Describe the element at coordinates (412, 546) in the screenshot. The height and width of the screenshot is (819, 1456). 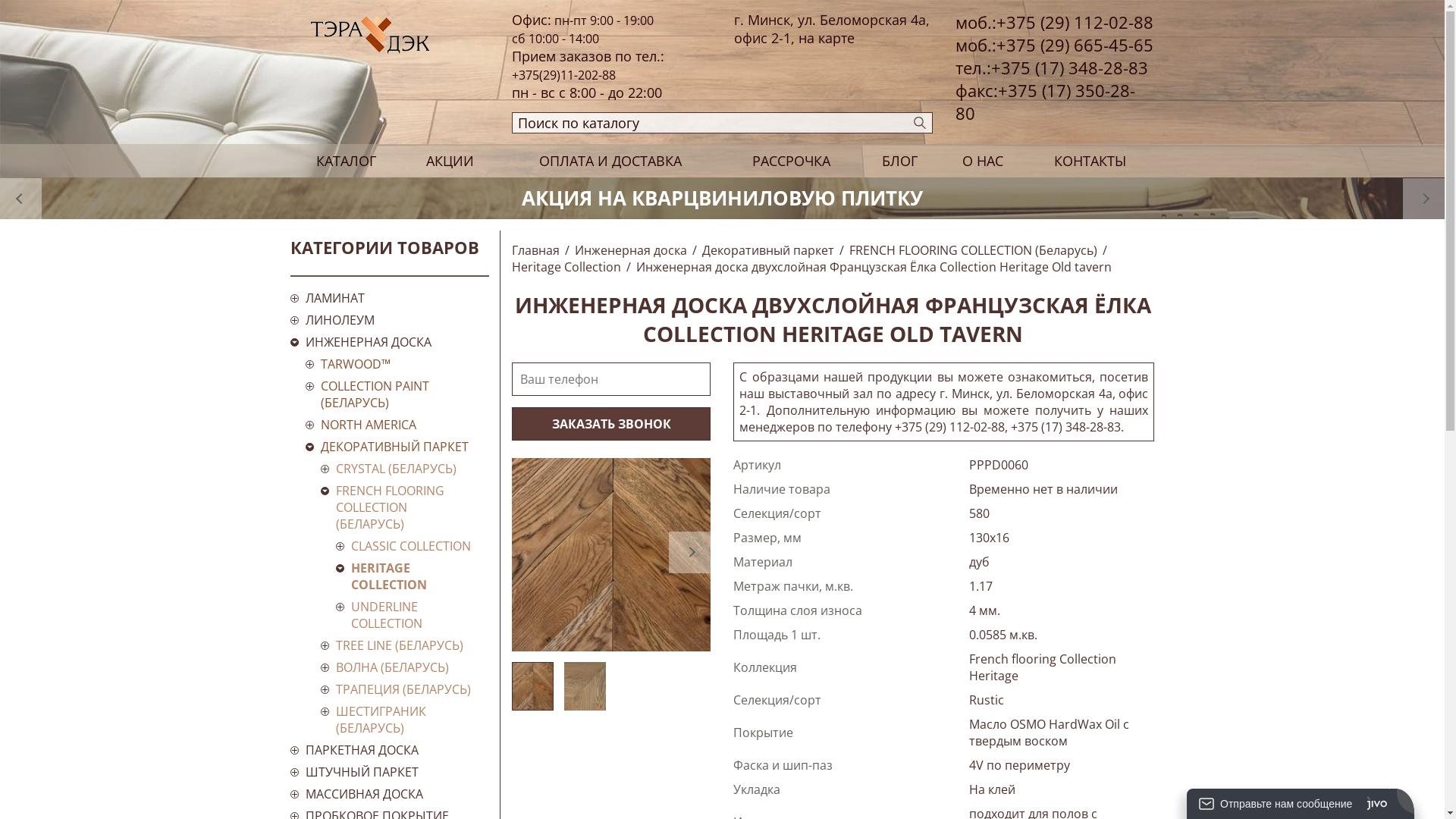
I see `'CLASSIC COLLECTION'` at that location.